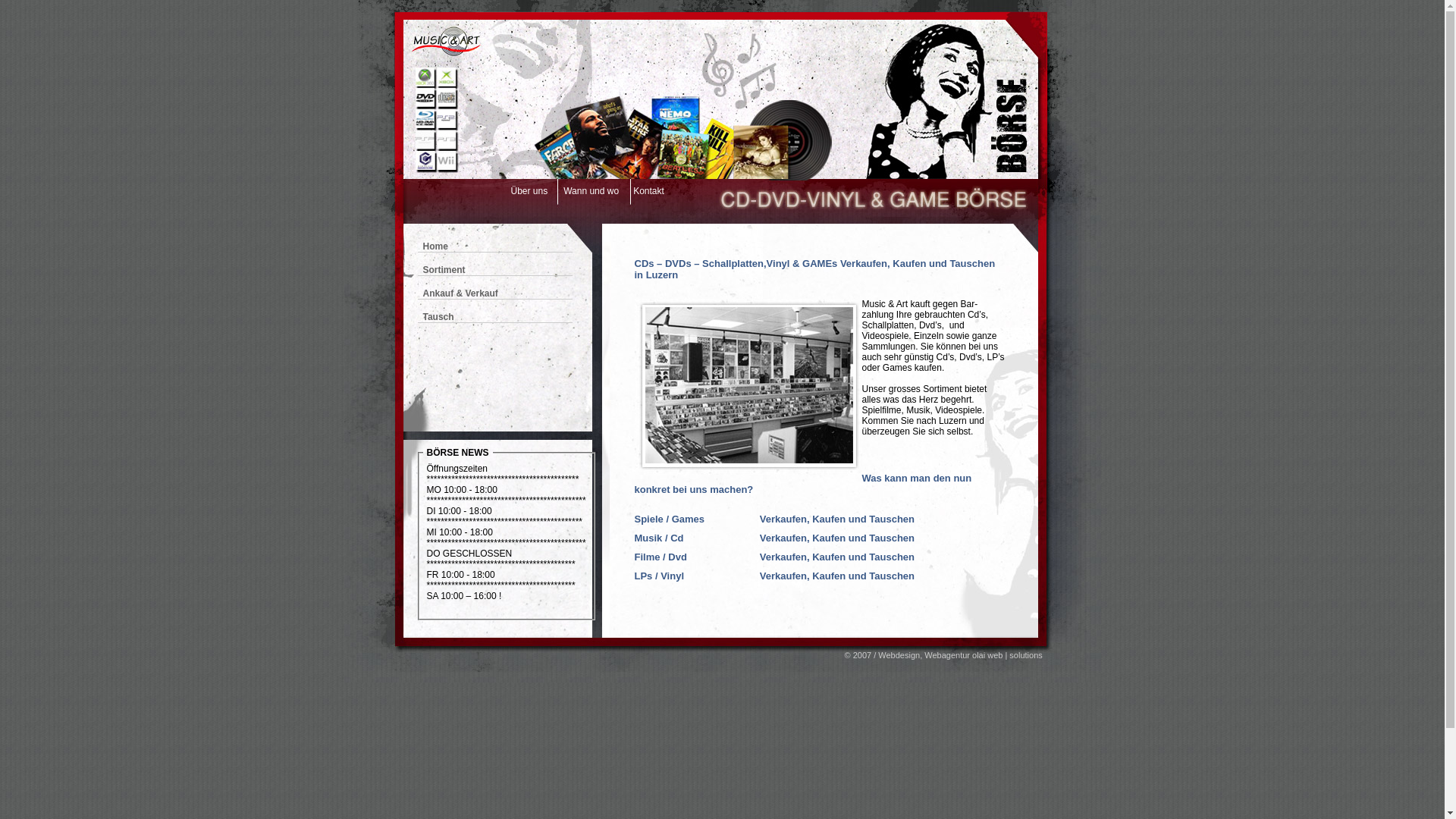  I want to click on 'Wann und wo', so click(590, 190).